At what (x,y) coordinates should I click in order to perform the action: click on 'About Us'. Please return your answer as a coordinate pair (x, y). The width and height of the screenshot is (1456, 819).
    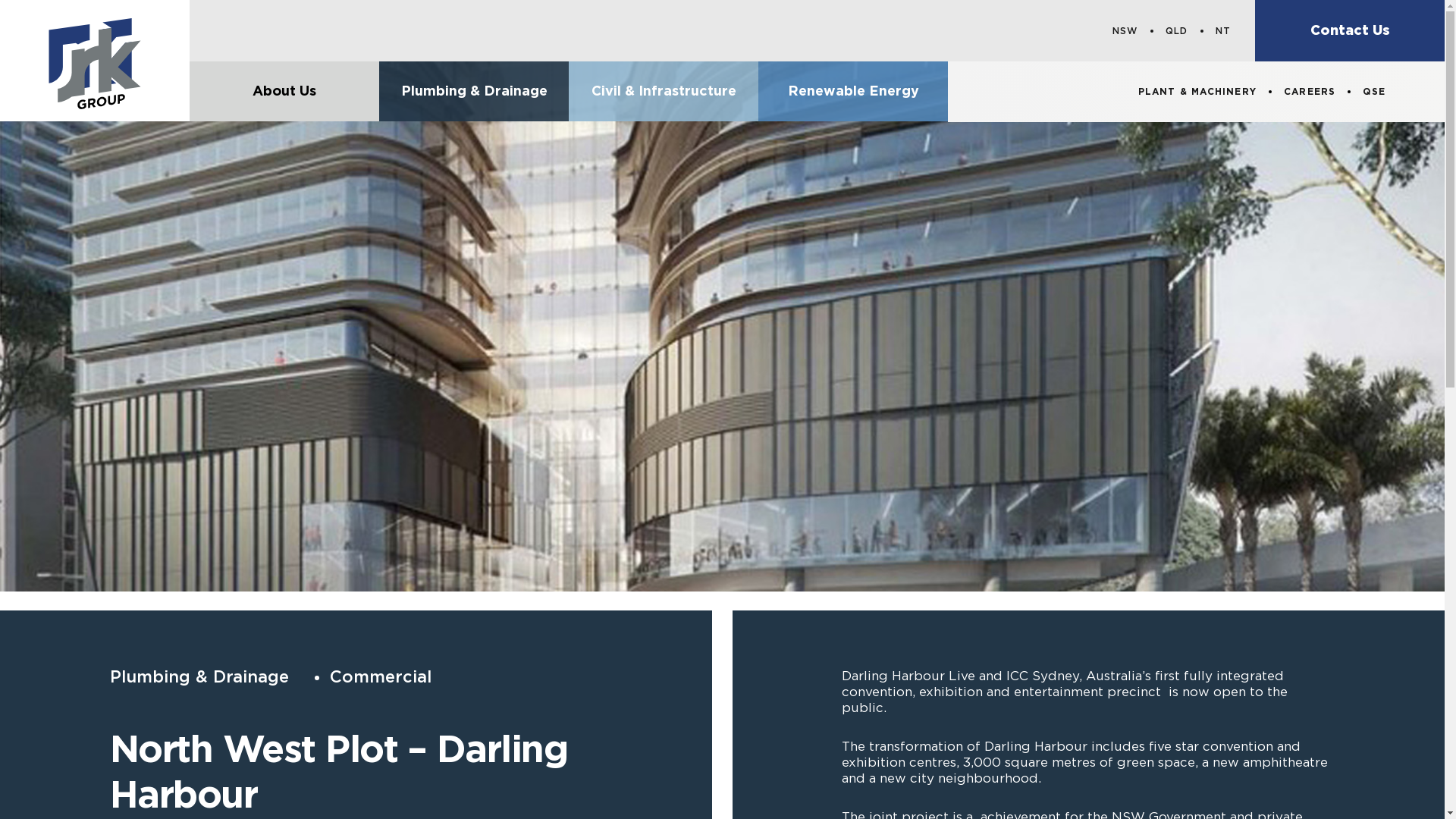
    Looking at the image, I should click on (284, 91).